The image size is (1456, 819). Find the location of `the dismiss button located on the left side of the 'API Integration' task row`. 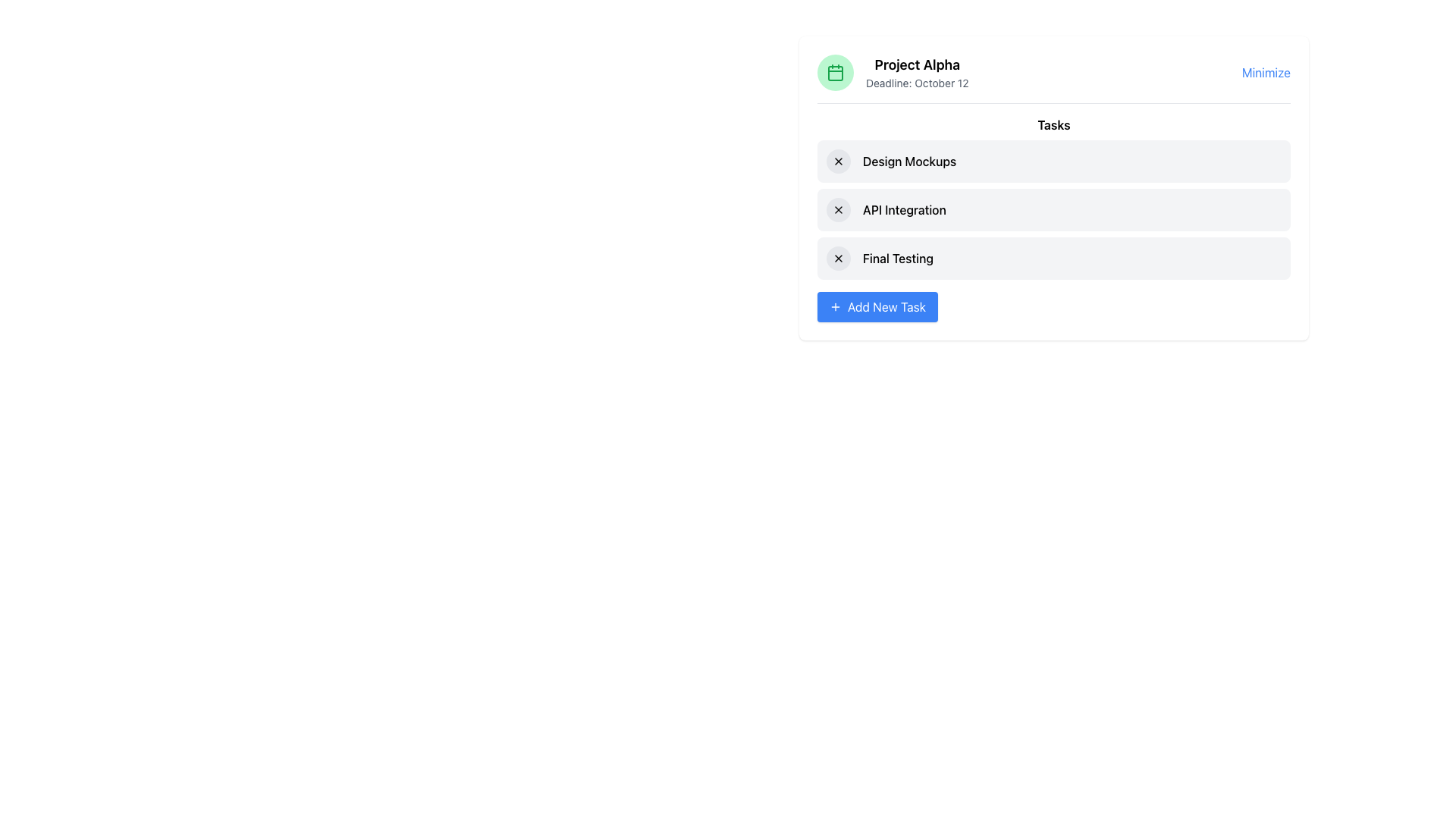

the dismiss button located on the left side of the 'API Integration' task row is located at coordinates (837, 210).